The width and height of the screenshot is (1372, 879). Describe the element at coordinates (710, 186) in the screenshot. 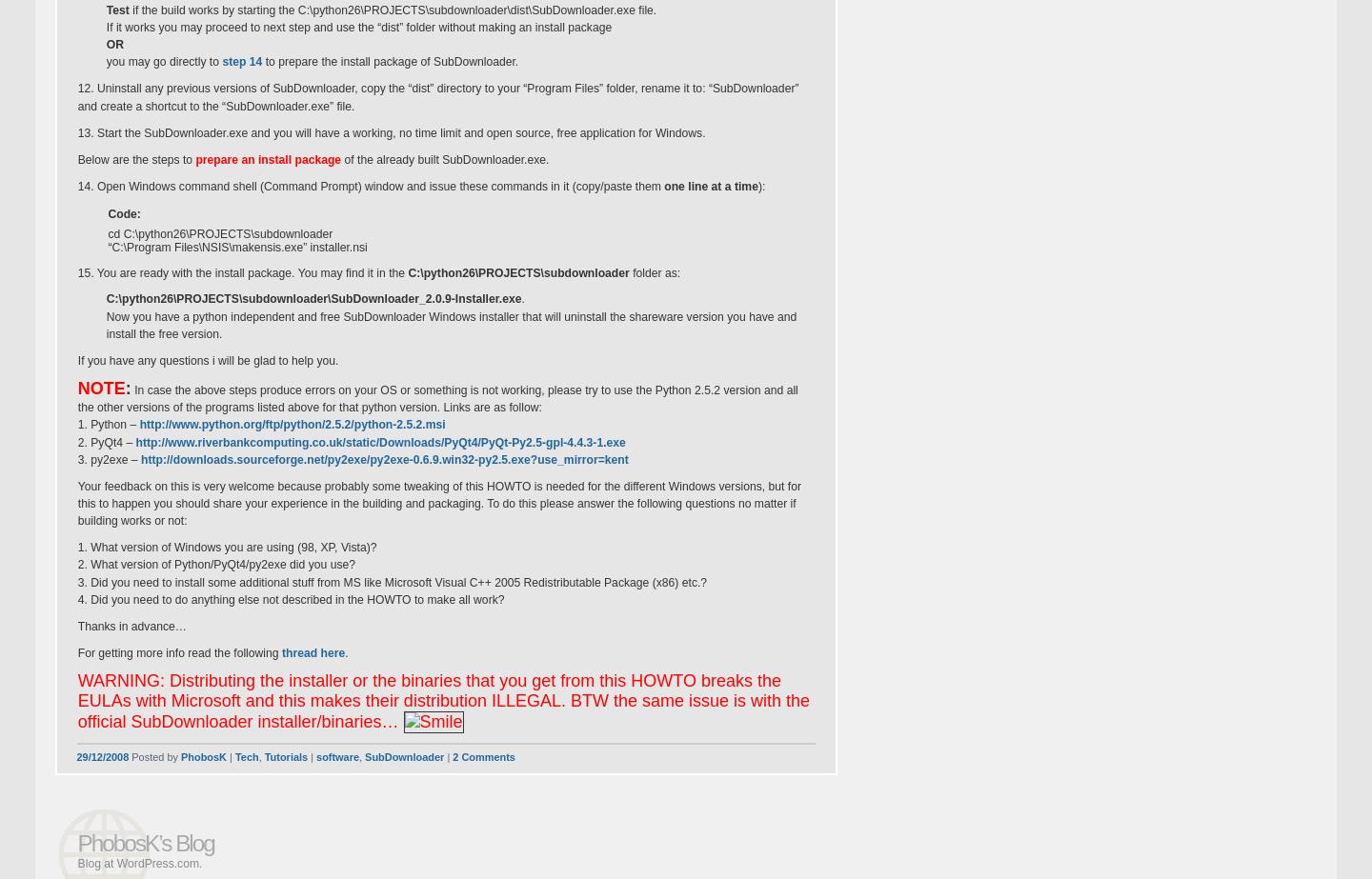

I see `'one line at a time'` at that location.